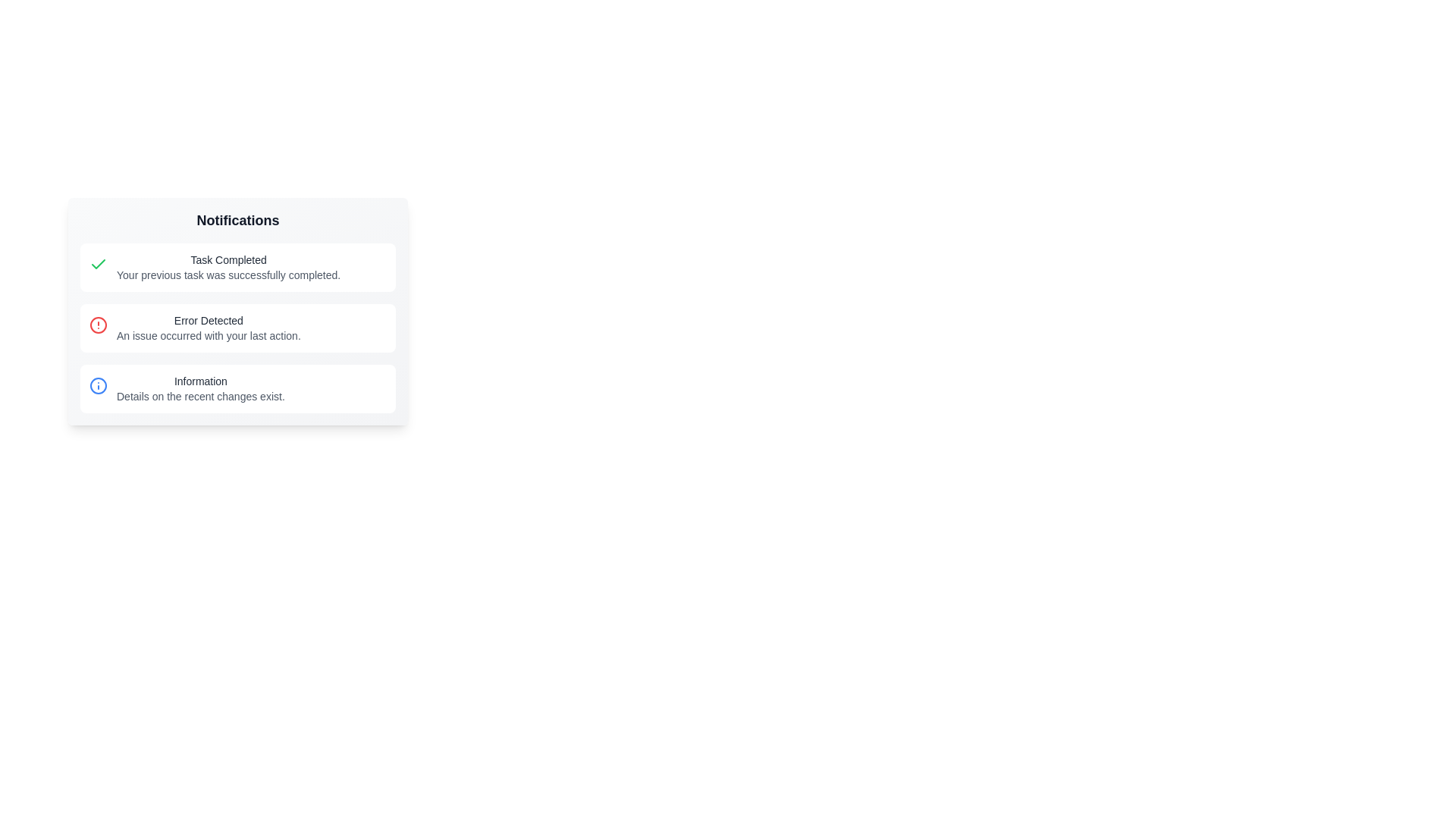  What do you see at coordinates (97, 263) in the screenshot?
I see `the checkmark icon indicating successful task completion located within the 'Task Completed' notification at the top of the notifications list` at bounding box center [97, 263].